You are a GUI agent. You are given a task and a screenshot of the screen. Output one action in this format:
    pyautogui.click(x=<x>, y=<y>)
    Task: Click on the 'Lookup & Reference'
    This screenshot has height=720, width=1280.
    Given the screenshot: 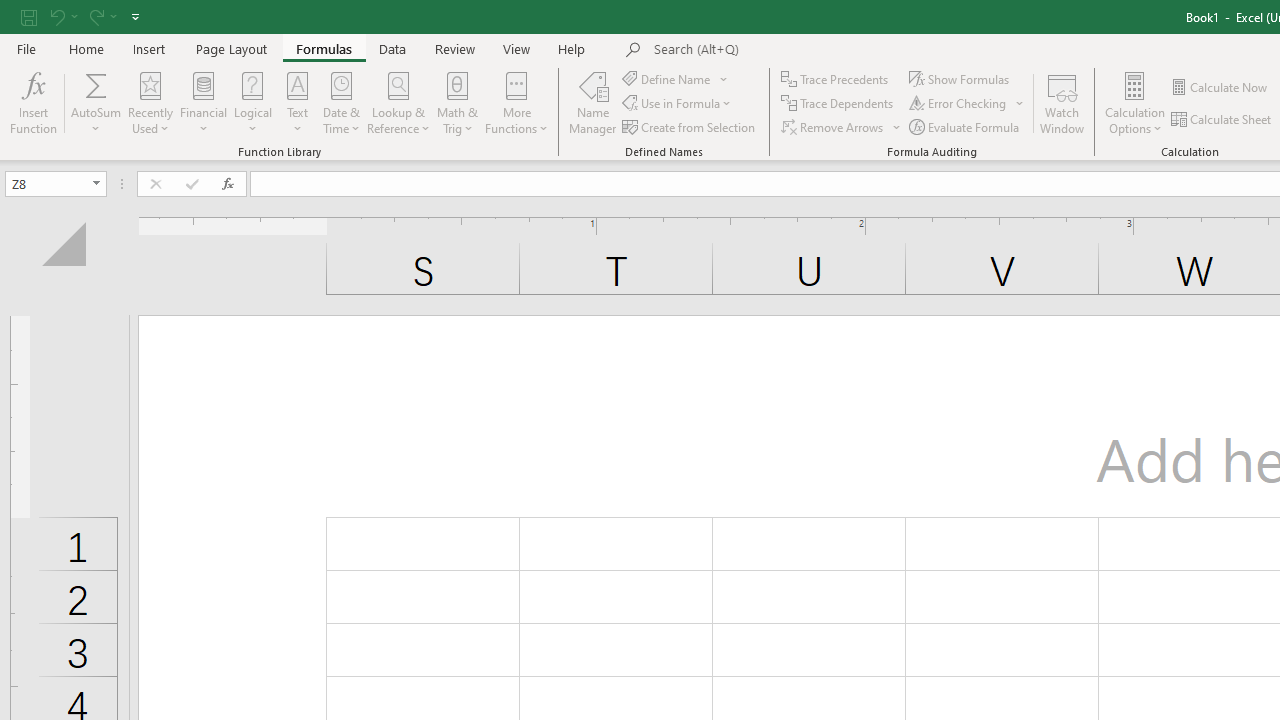 What is the action you would take?
    pyautogui.click(x=398, y=103)
    